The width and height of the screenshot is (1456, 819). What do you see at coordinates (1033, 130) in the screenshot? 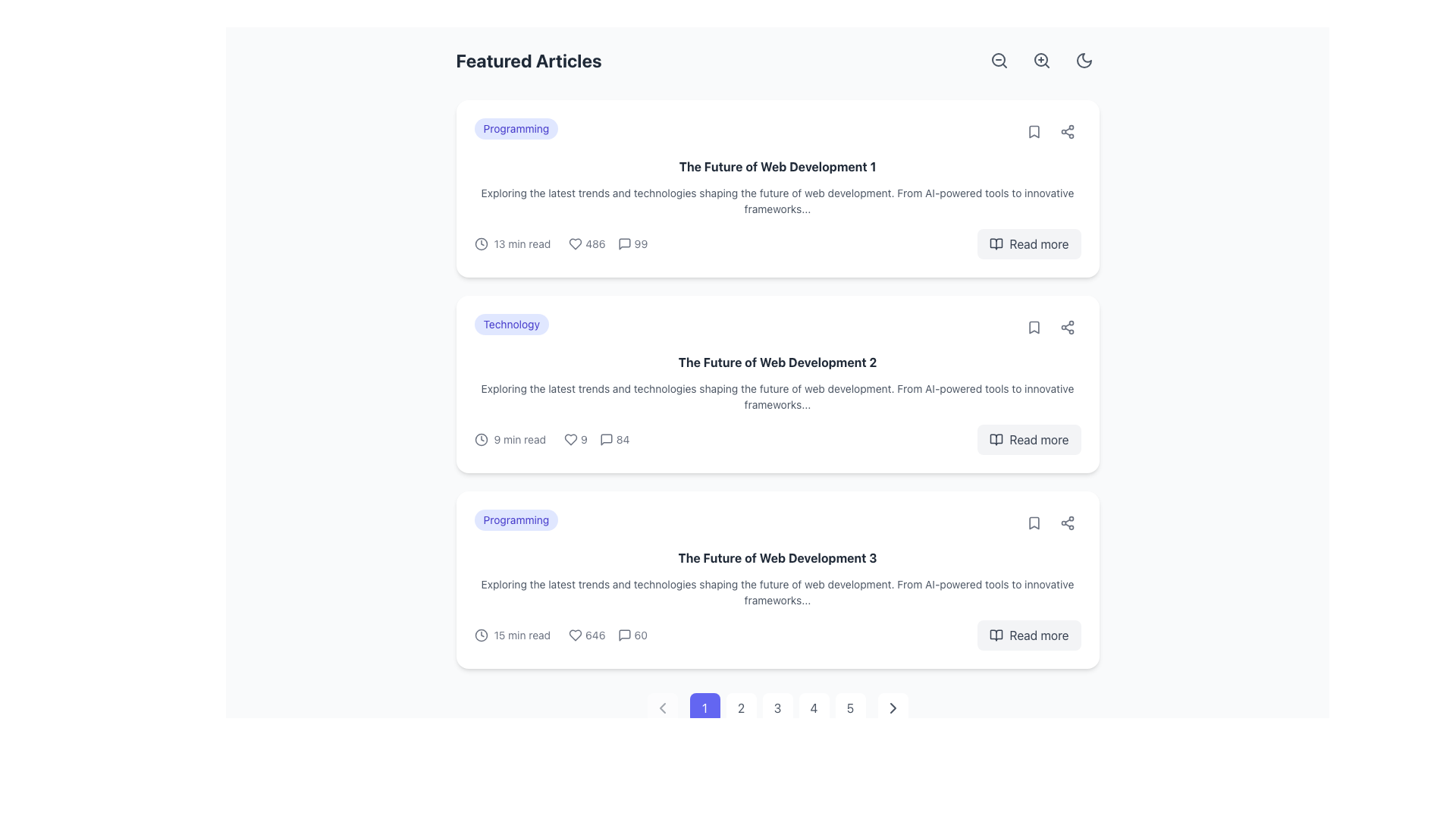
I see `the small gray bookmark icon button in the top-right corner of the card for 'The Future of Web Development 1'` at bounding box center [1033, 130].